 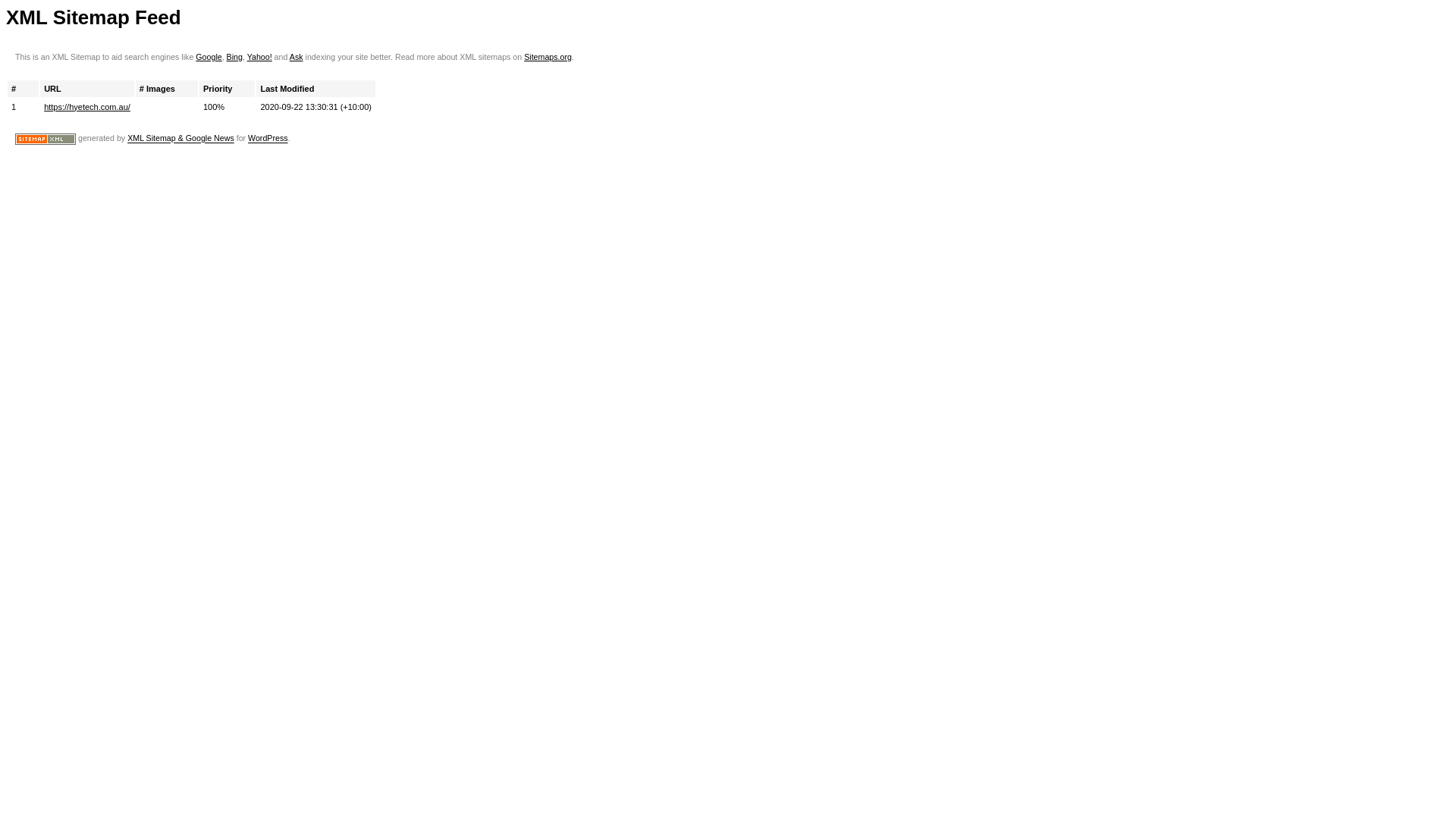 I want to click on 'Google', so click(x=207, y=55).